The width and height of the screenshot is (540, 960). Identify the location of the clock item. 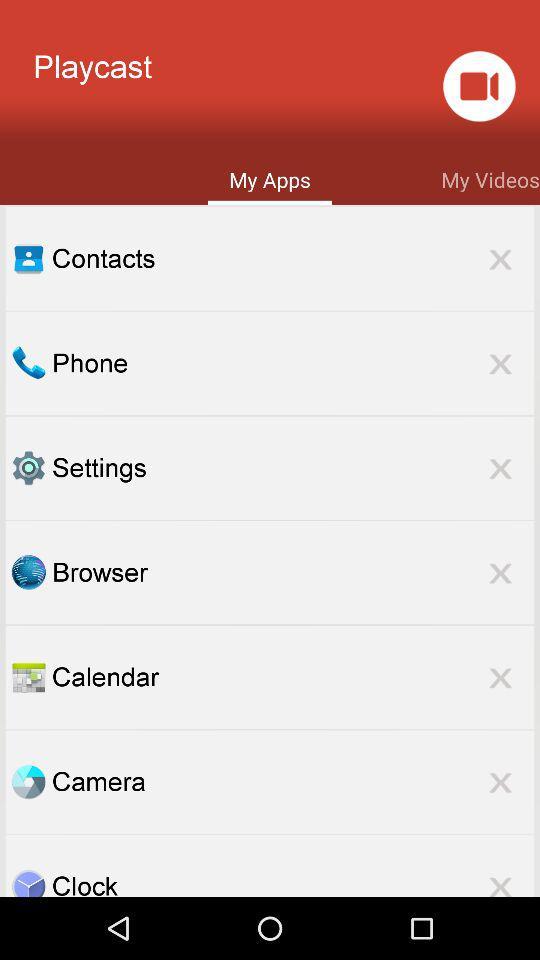
(292, 881).